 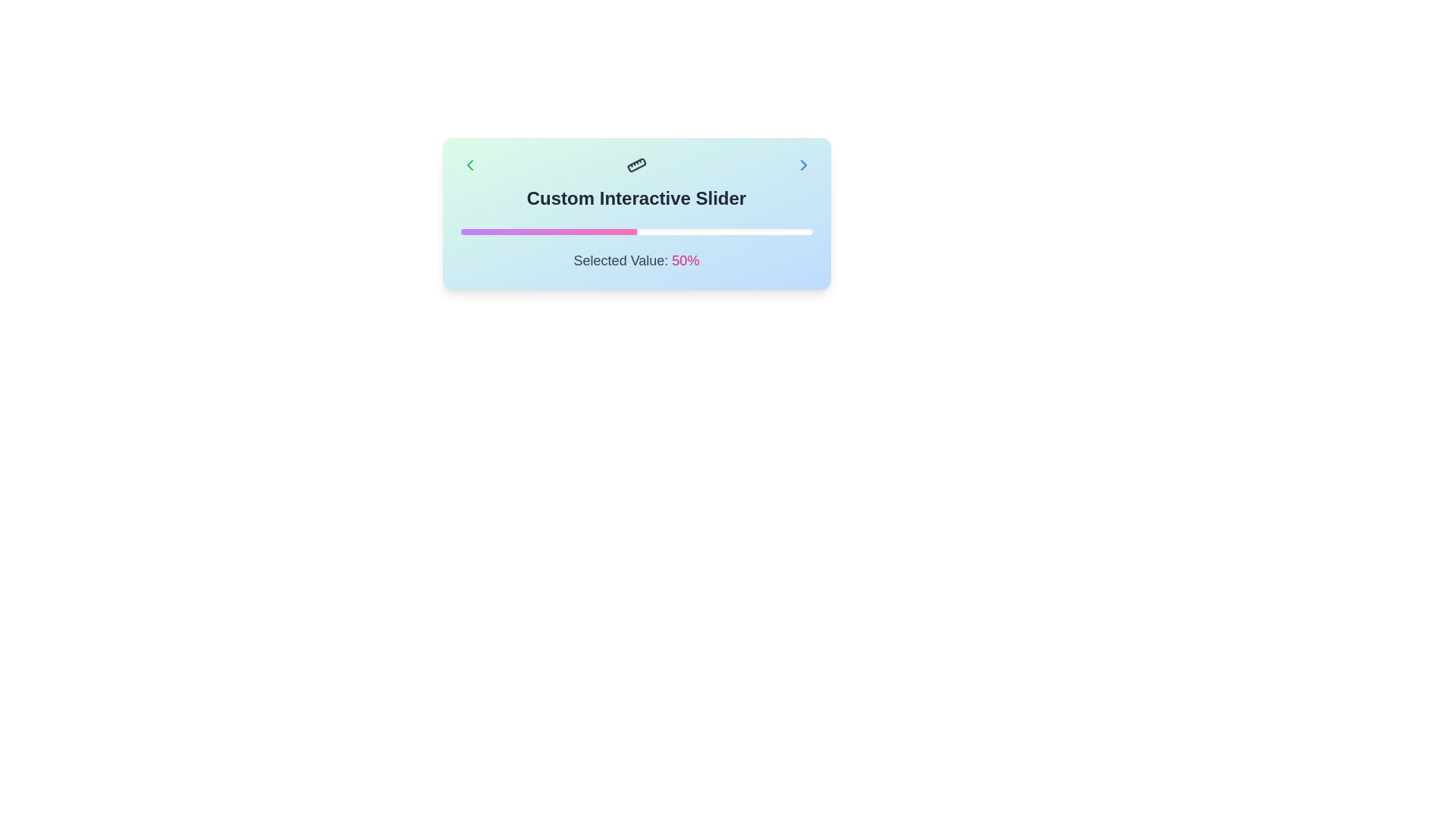 What do you see at coordinates (548, 231) in the screenshot?
I see `the decorative fill portion of the progress bar, which indicates 50% completion in the slider component` at bounding box center [548, 231].